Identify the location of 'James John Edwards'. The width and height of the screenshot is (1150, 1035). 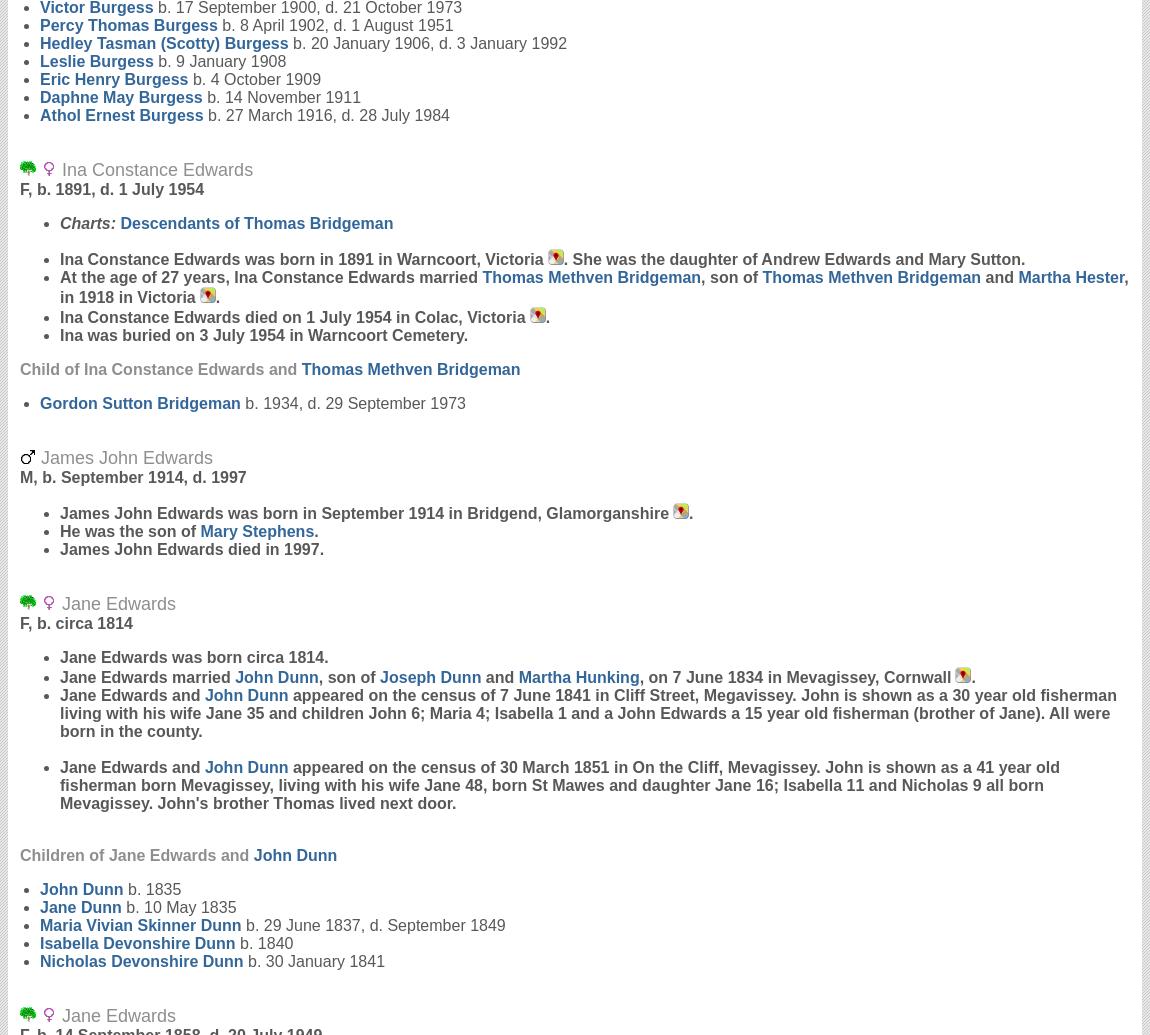
(123, 457).